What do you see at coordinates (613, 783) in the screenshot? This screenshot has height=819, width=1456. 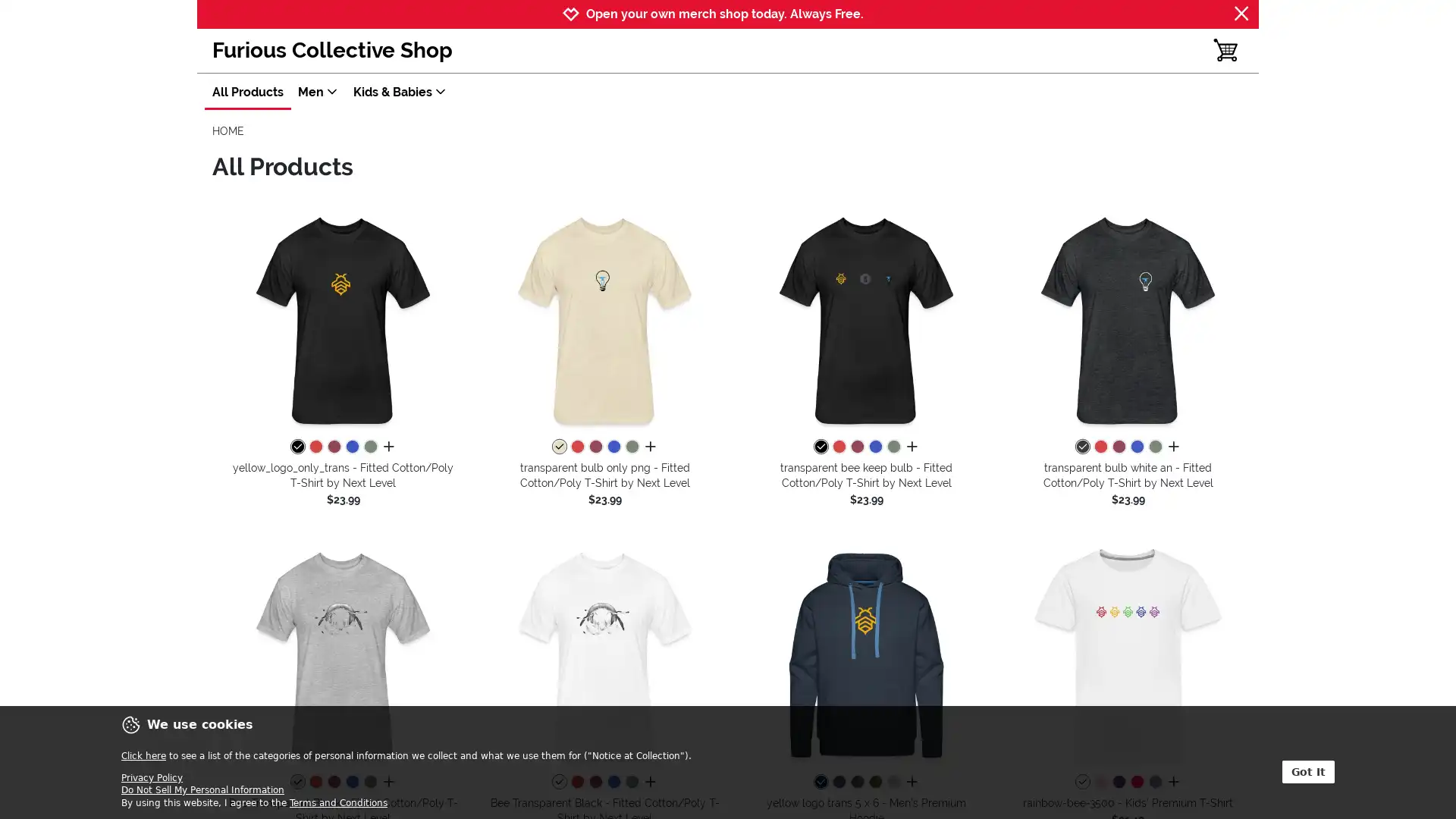 I see `heather royal` at bounding box center [613, 783].